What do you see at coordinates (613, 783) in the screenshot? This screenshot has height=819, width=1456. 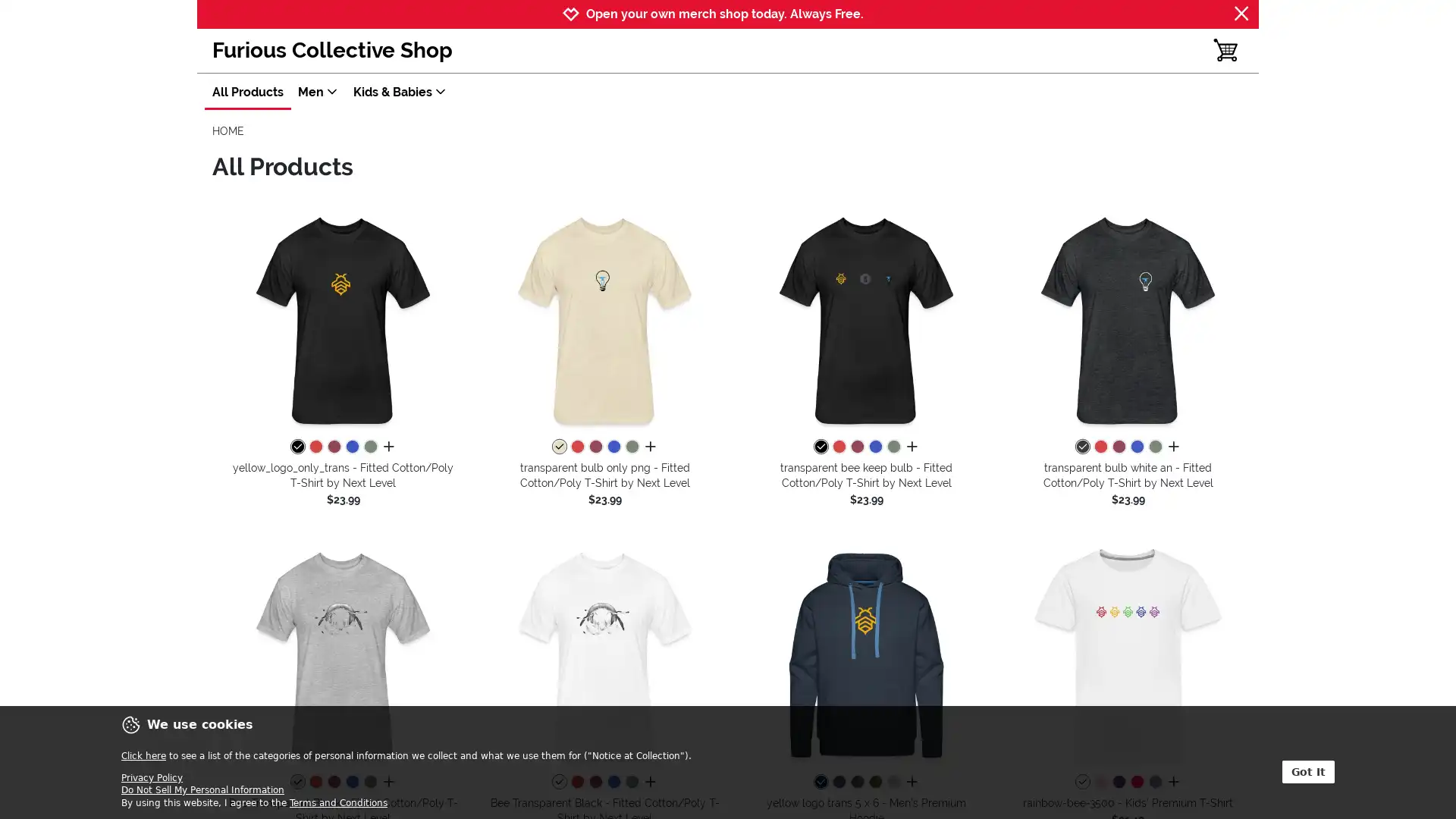 I see `heather royal` at bounding box center [613, 783].